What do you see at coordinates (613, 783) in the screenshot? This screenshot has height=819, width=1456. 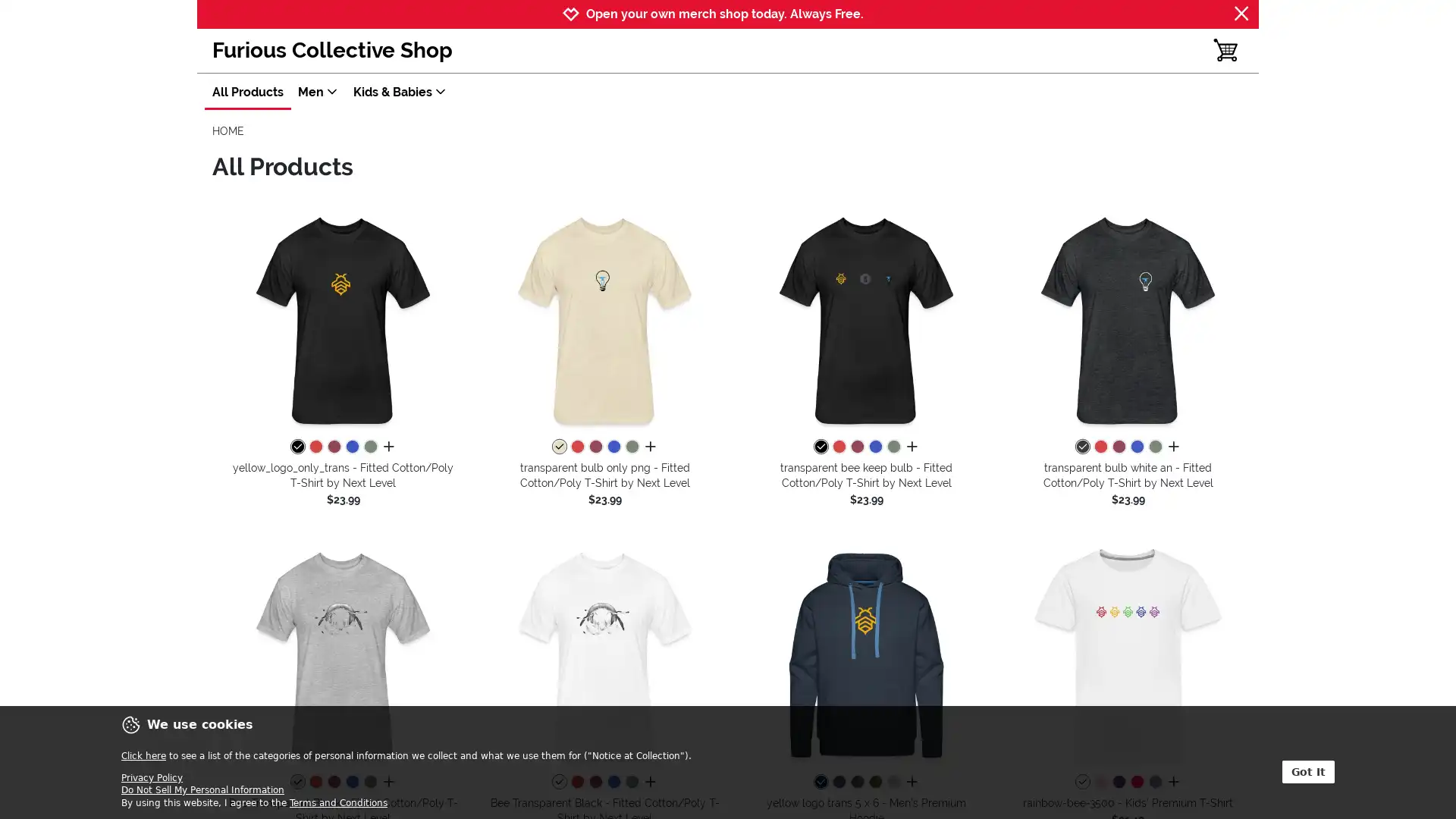 I see `heather royal` at bounding box center [613, 783].